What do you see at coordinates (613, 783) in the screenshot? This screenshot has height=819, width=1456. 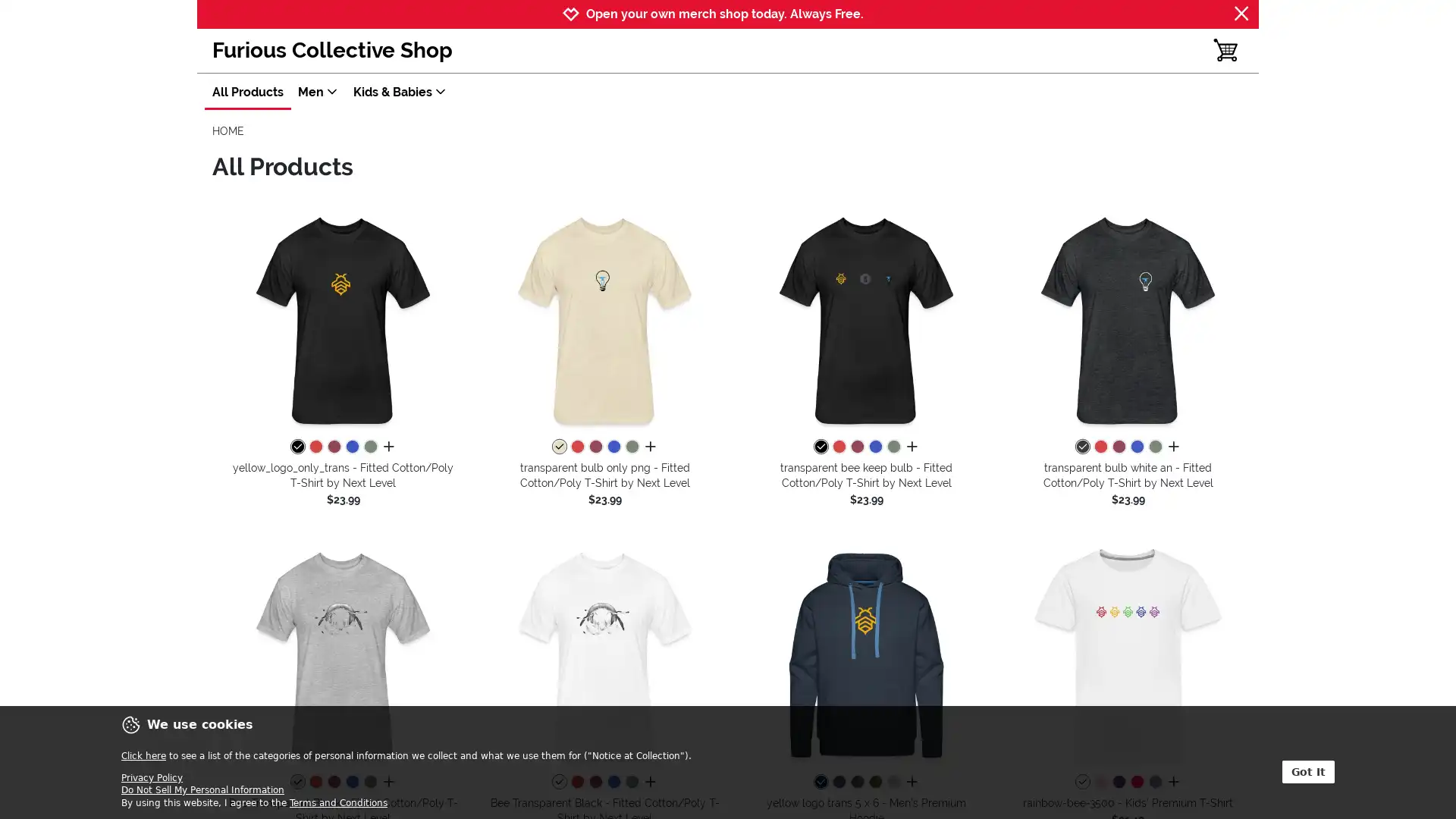 I see `heather royal` at bounding box center [613, 783].